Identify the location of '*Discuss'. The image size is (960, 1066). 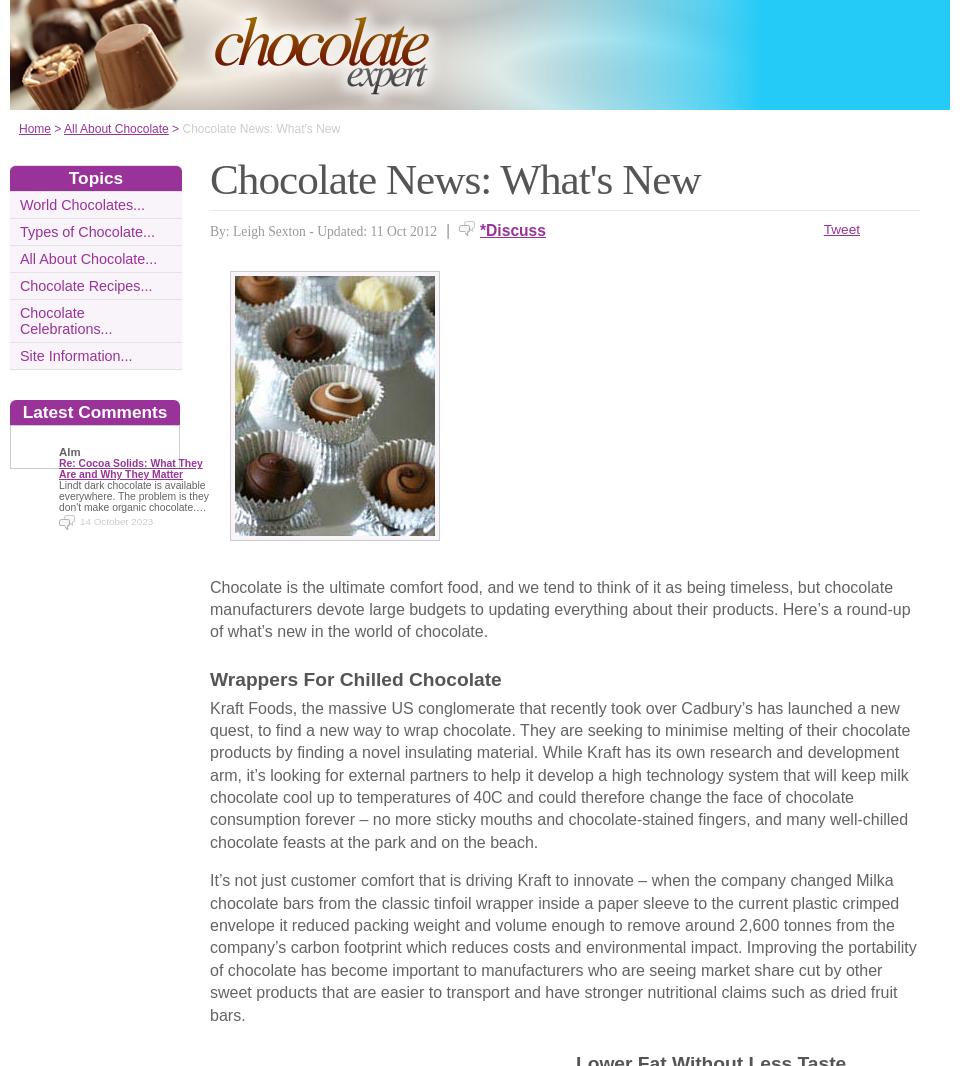
(511, 229).